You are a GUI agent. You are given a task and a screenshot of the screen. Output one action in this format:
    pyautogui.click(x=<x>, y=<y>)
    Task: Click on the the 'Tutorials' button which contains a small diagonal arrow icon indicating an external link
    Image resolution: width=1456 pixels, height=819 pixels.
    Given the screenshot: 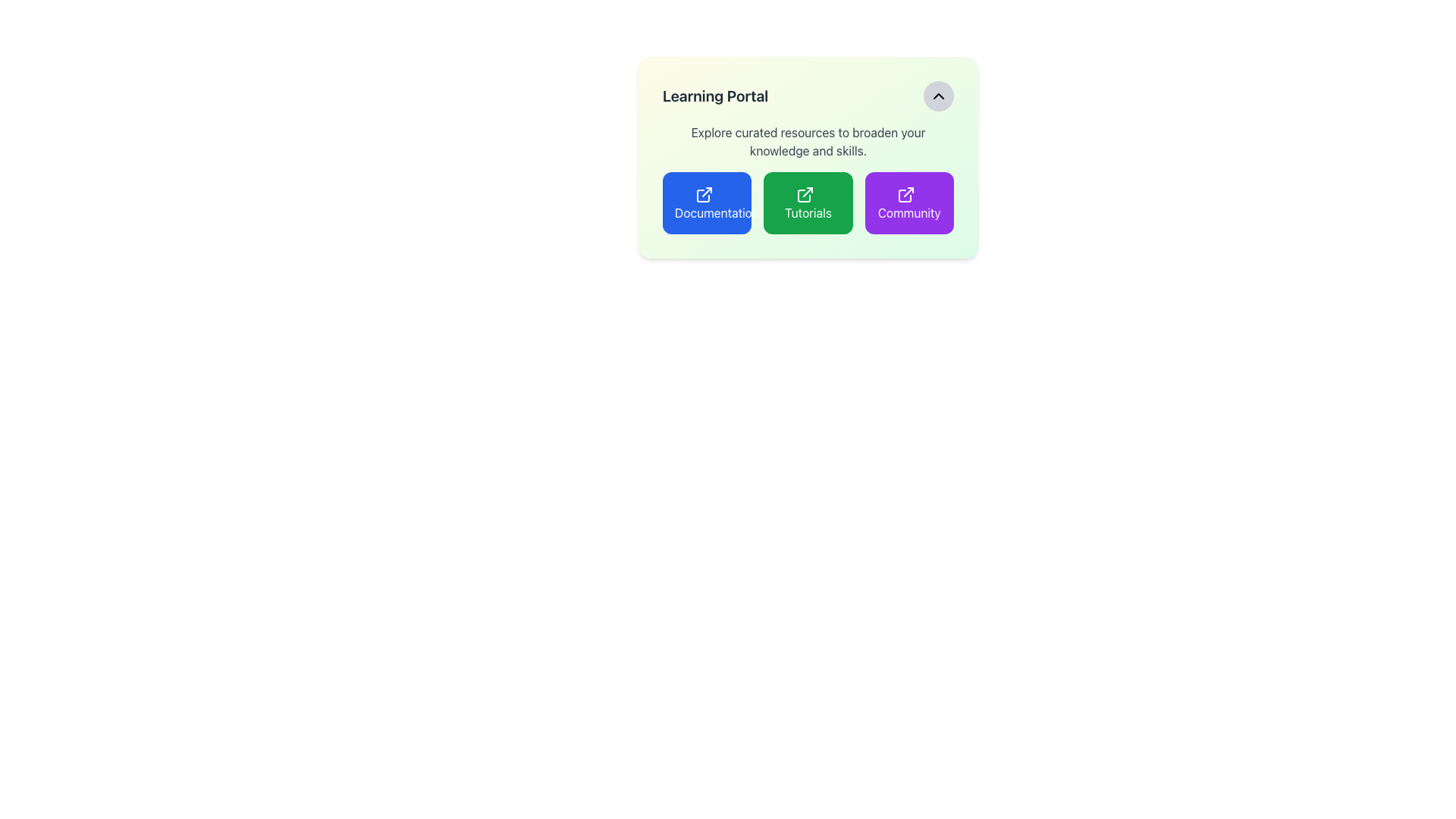 What is the action you would take?
    pyautogui.click(x=807, y=191)
    